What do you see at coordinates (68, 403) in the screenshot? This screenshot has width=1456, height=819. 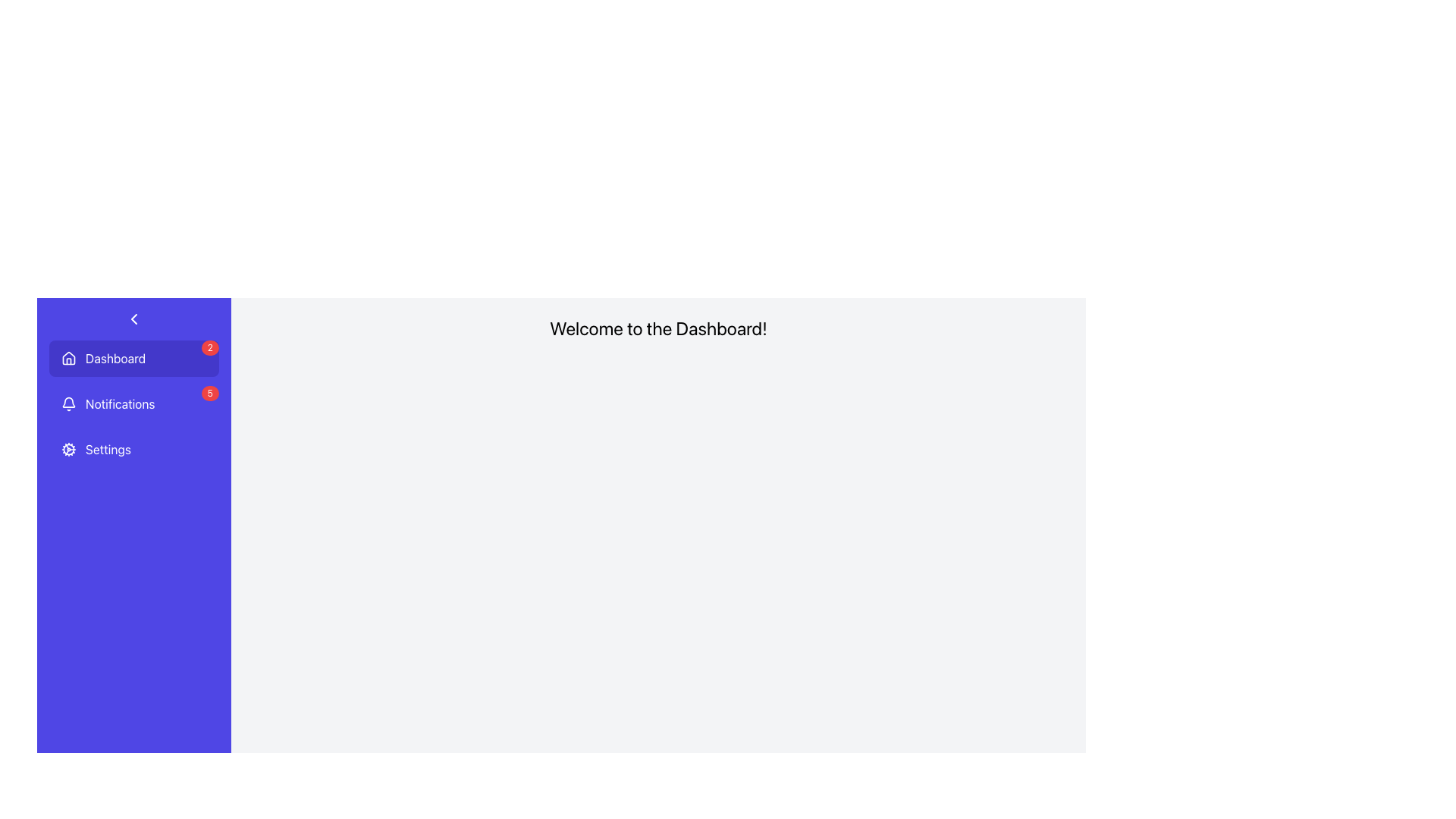 I see `the bell icon representing the notifications feature located in the sidebar, positioned before the 'Notifications' label` at bounding box center [68, 403].